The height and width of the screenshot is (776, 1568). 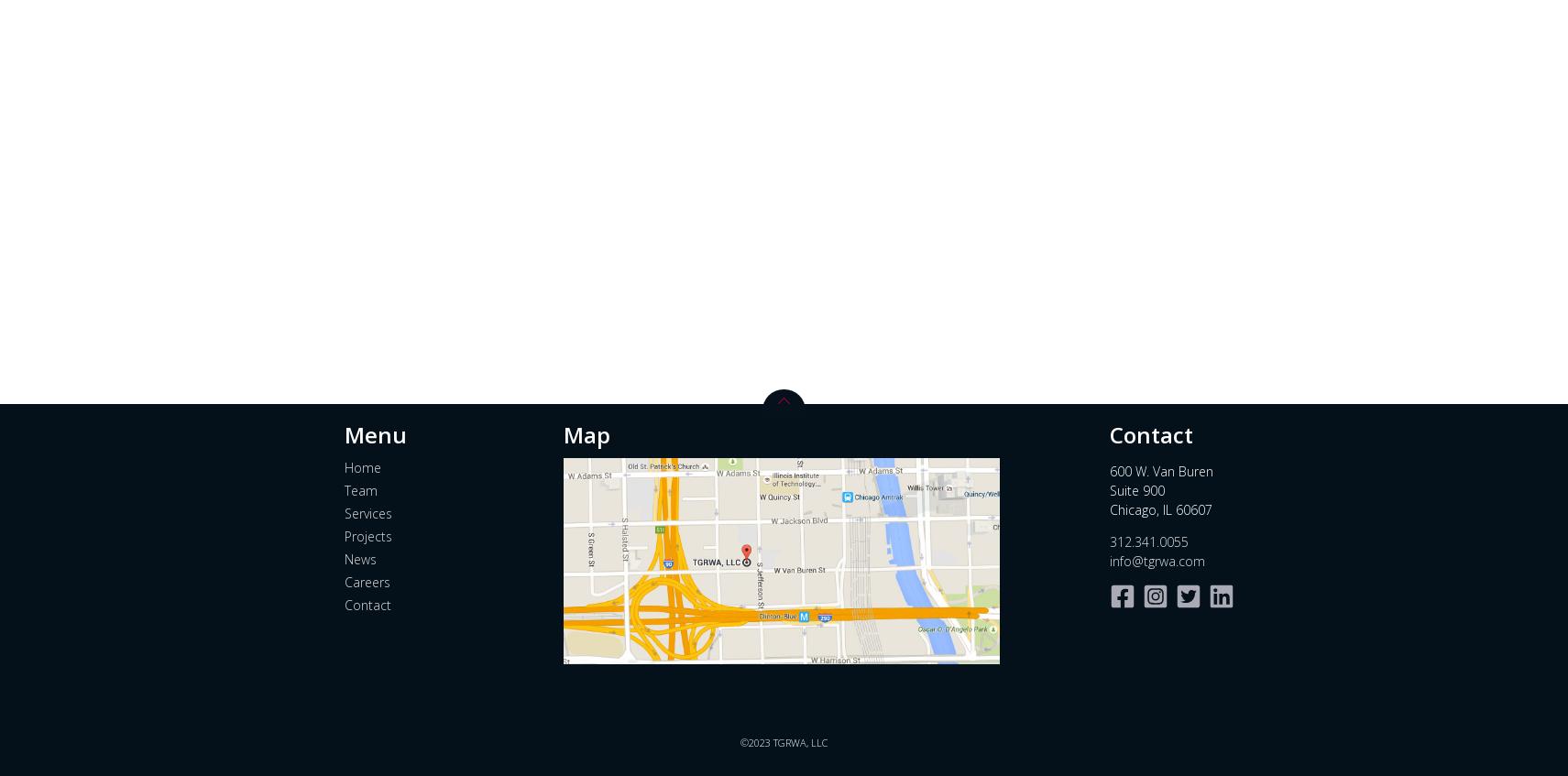 What do you see at coordinates (360, 488) in the screenshot?
I see `'Team'` at bounding box center [360, 488].